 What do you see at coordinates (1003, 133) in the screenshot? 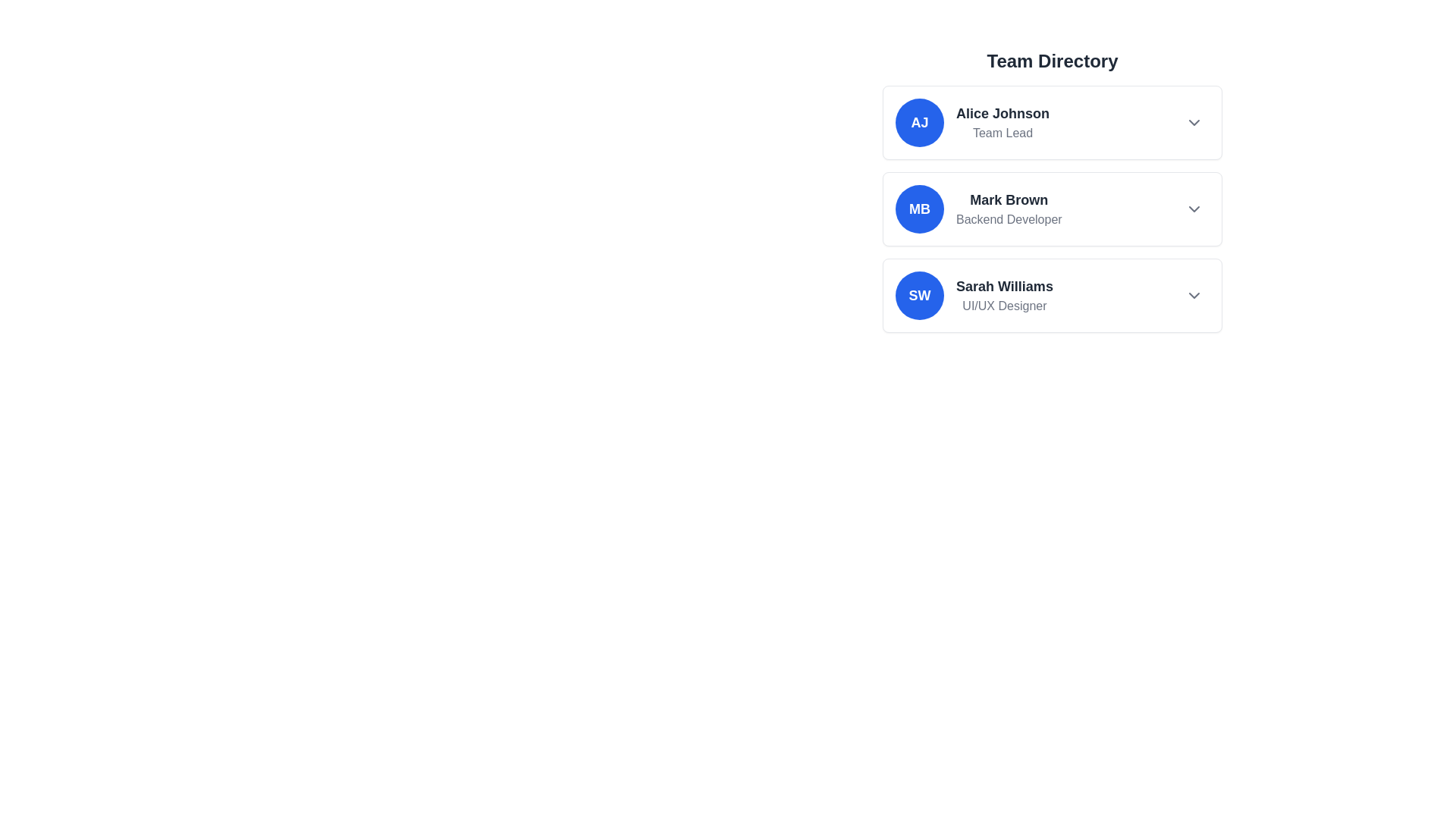
I see `the label displaying the role or designation of 'Alice Johnson' in the 'Team Directory' section, which is positioned below her name and aligned to the left` at bounding box center [1003, 133].